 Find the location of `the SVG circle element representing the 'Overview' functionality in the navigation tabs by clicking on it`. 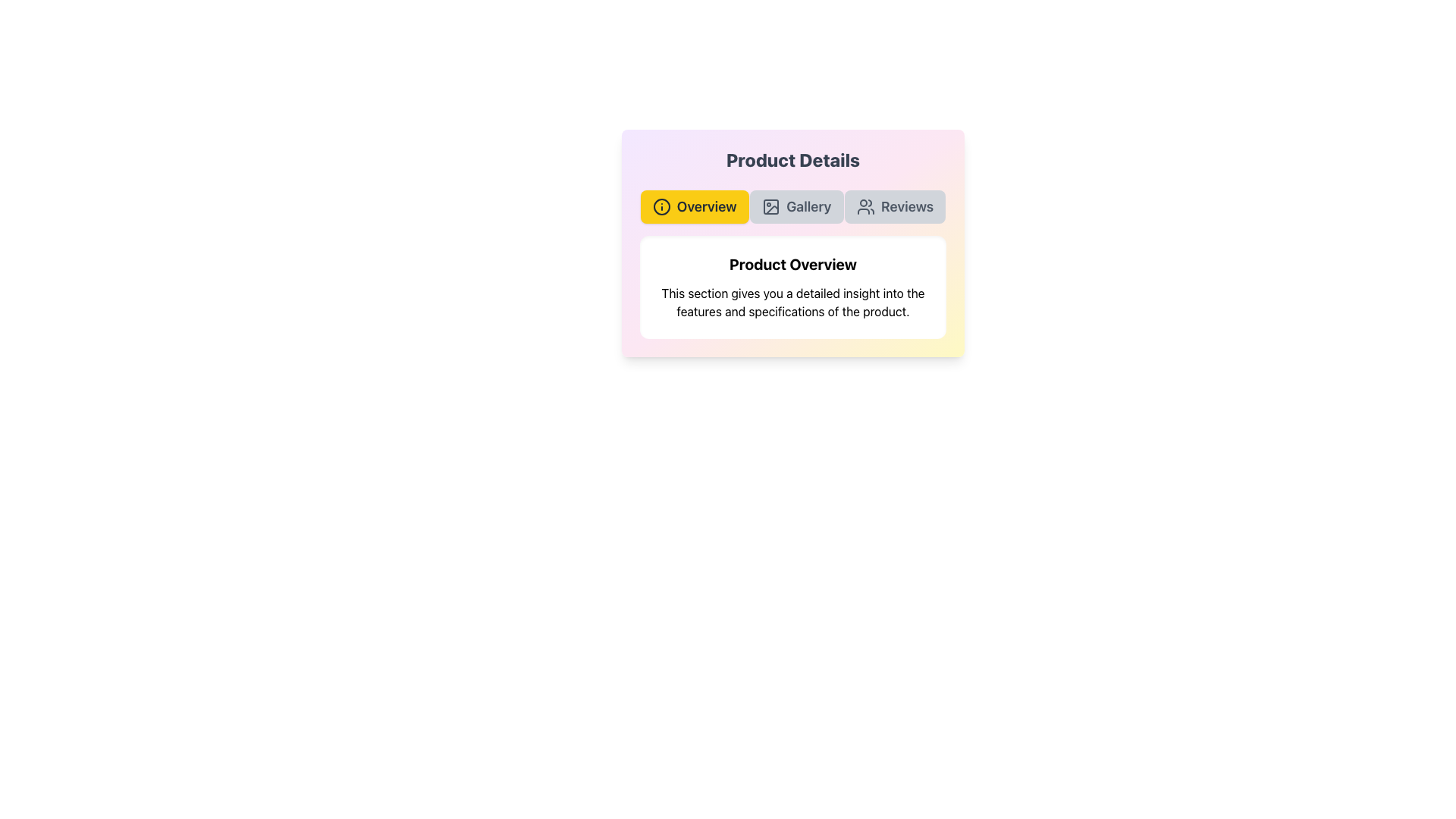

the SVG circle element representing the 'Overview' functionality in the navigation tabs by clicking on it is located at coordinates (661, 207).